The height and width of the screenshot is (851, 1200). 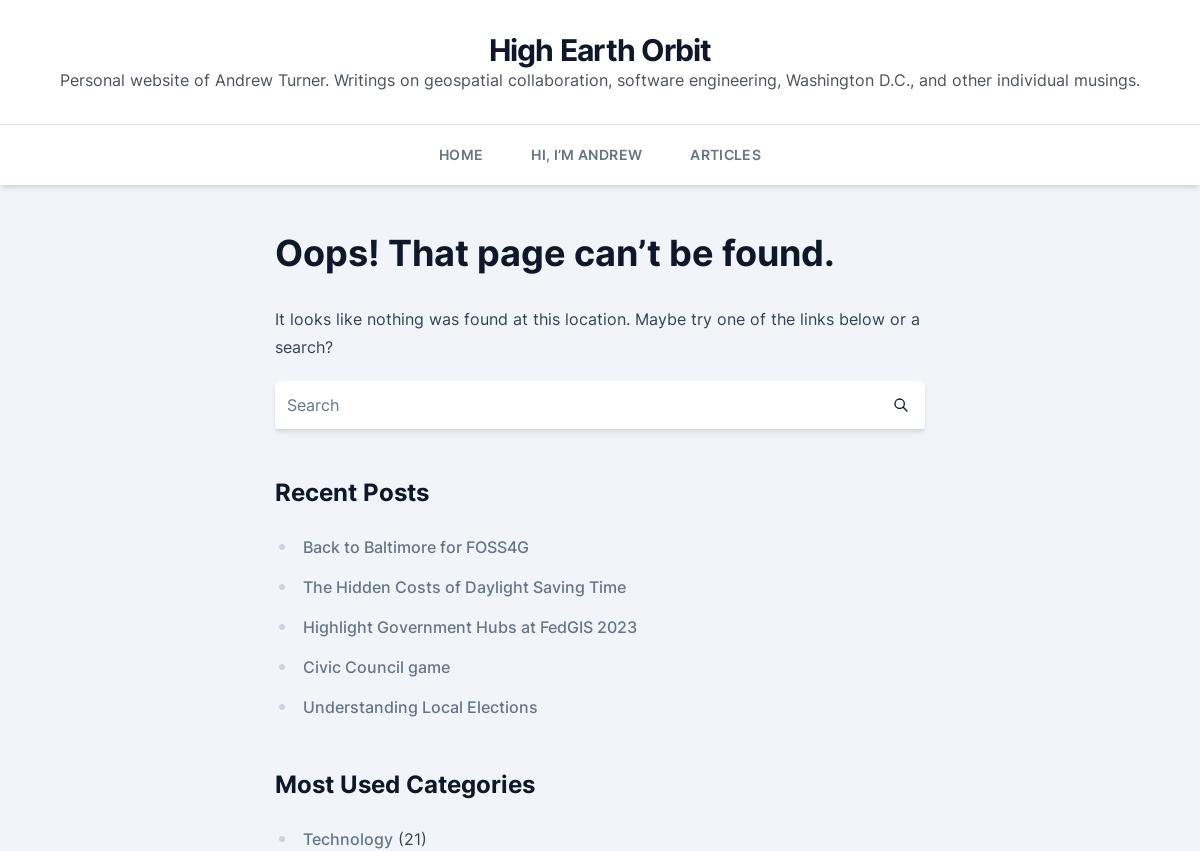 I want to click on 'Recent Posts', so click(x=351, y=490).